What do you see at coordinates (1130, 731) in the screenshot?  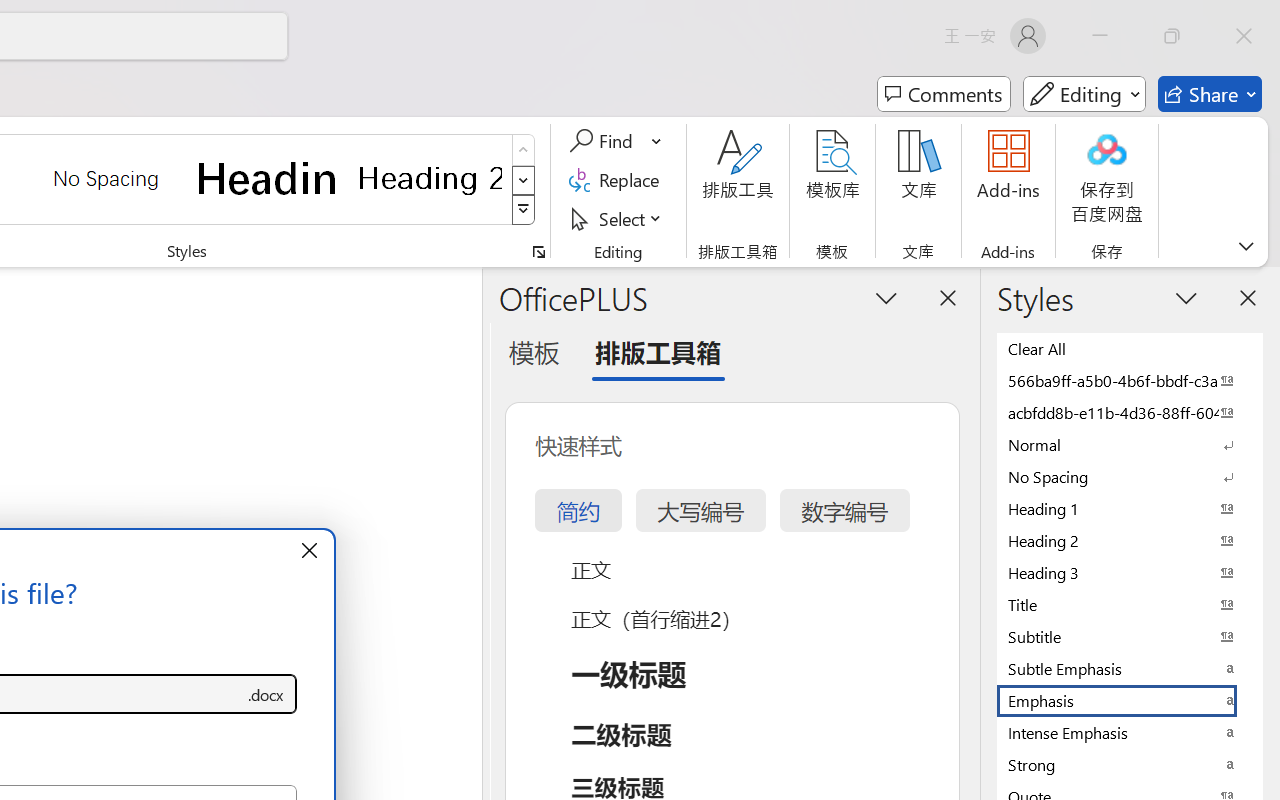 I see `'Intense Emphasis'` at bounding box center [1130, 731].